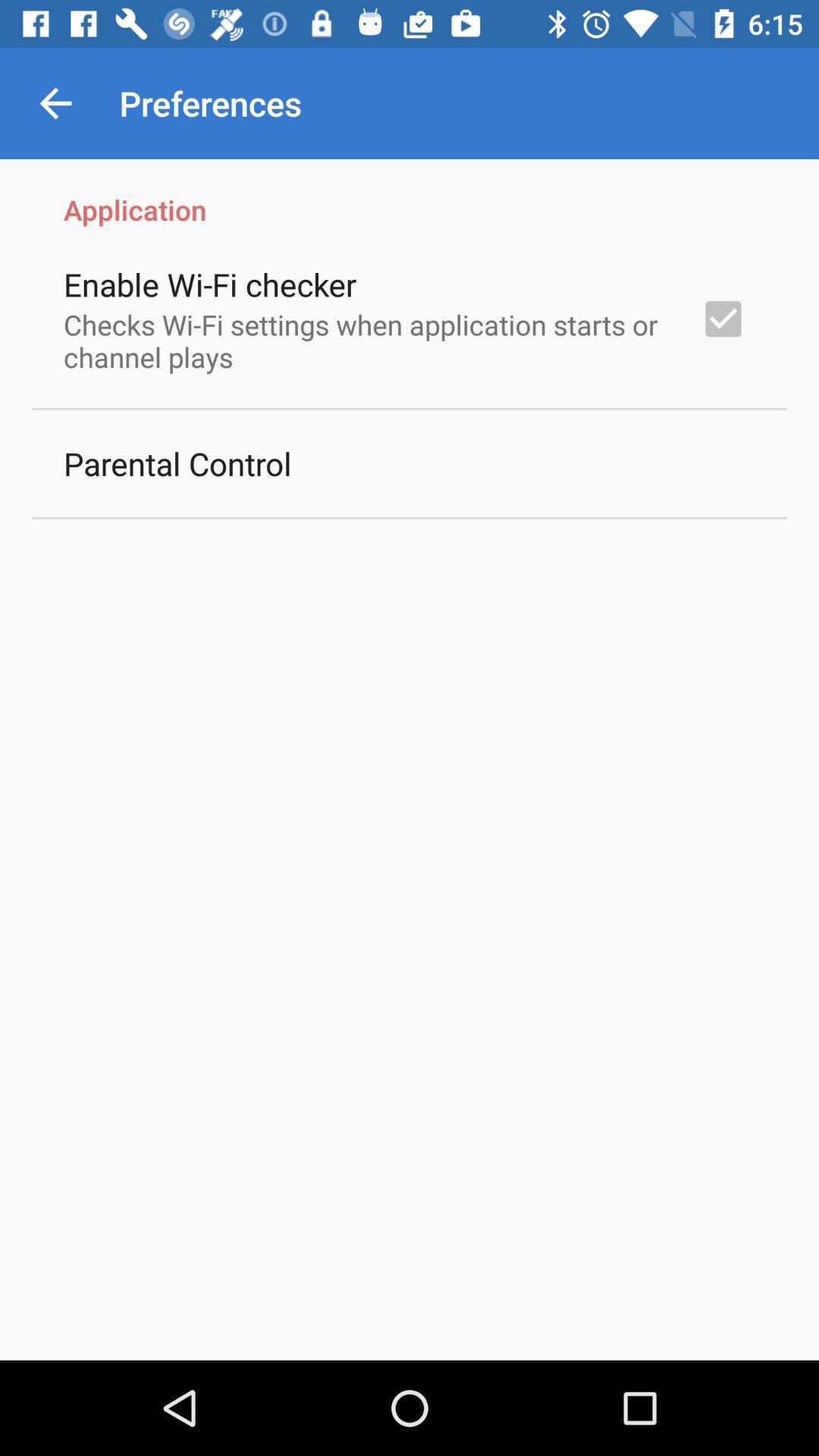 Image resolution: width=819 pixels, height=1456 pixels. Describe the element at coordinates (722, 318) in the screenshot. I see `item to the right of the checks wi fi` at that location.